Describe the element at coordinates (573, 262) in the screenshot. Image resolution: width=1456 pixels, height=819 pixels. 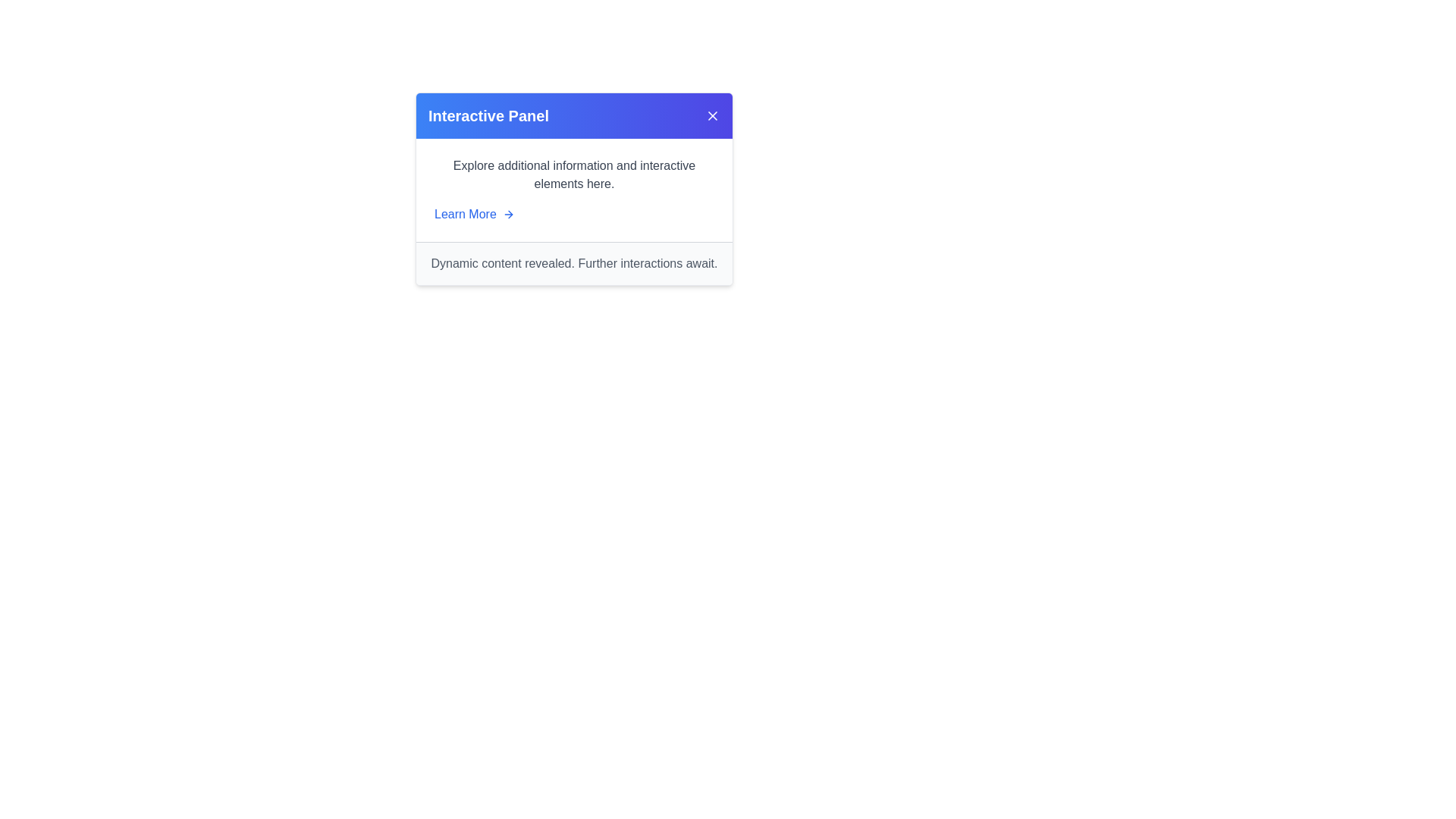
I see `the static text displaying 'Dynamic content revealed. Further interactions await.' which is located within a light gray section under the header 'Interactive Panel'` at that location.